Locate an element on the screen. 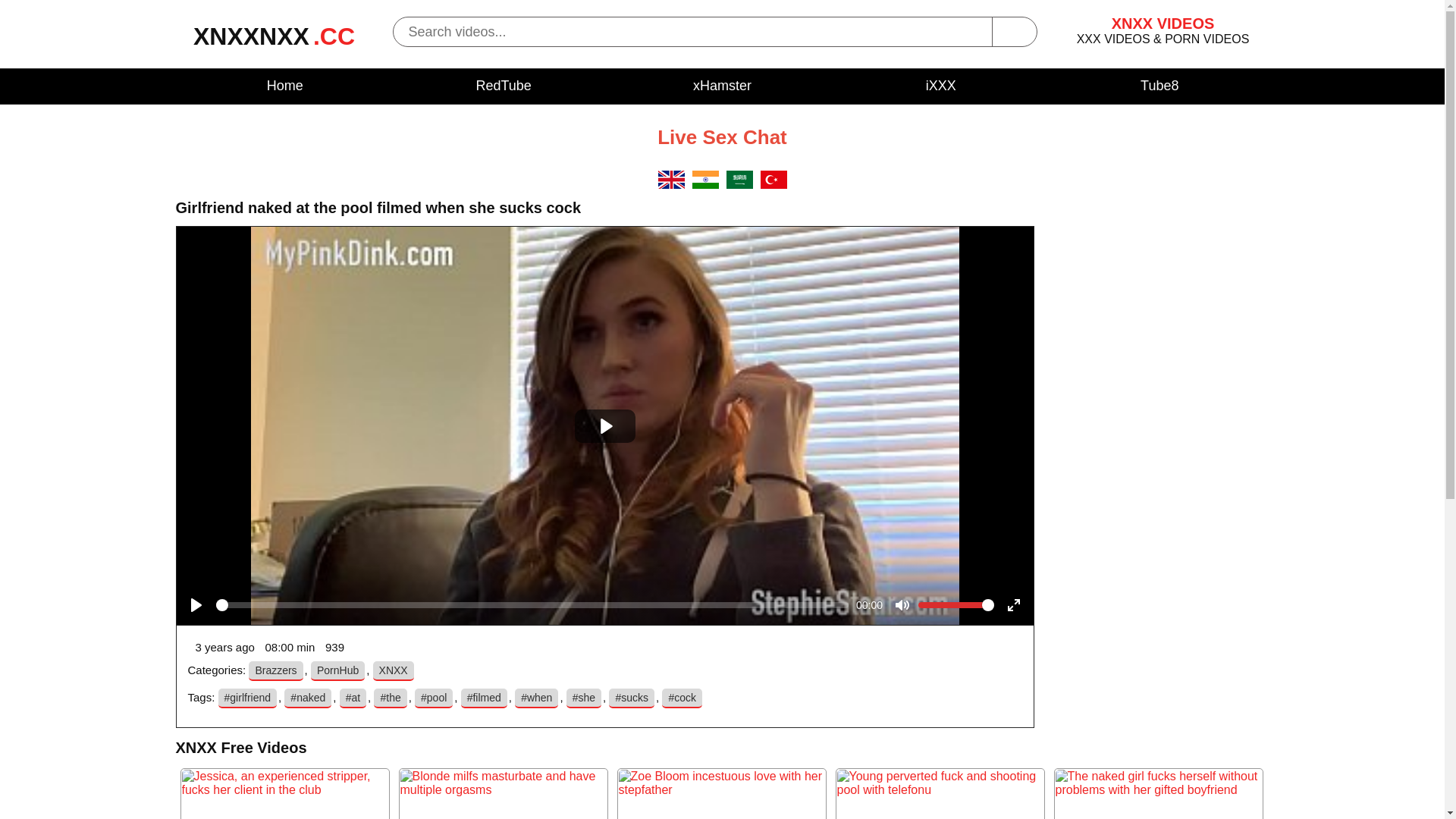 Image resolution: width=1456 pixels, height=819 pixels. 'EN' is located at coordinates (670, 184).